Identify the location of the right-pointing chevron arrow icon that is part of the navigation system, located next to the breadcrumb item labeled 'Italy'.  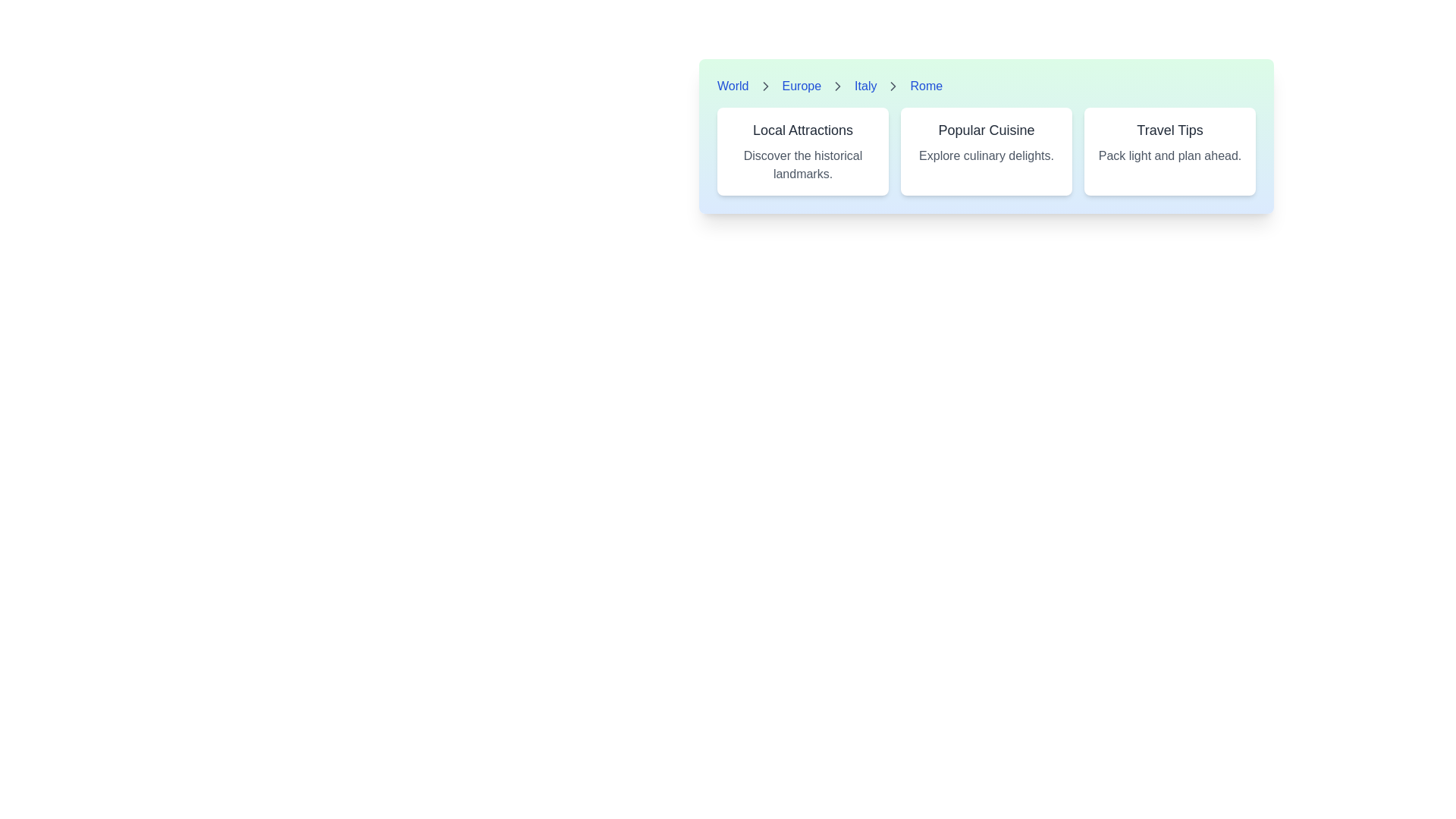
(765, 86).